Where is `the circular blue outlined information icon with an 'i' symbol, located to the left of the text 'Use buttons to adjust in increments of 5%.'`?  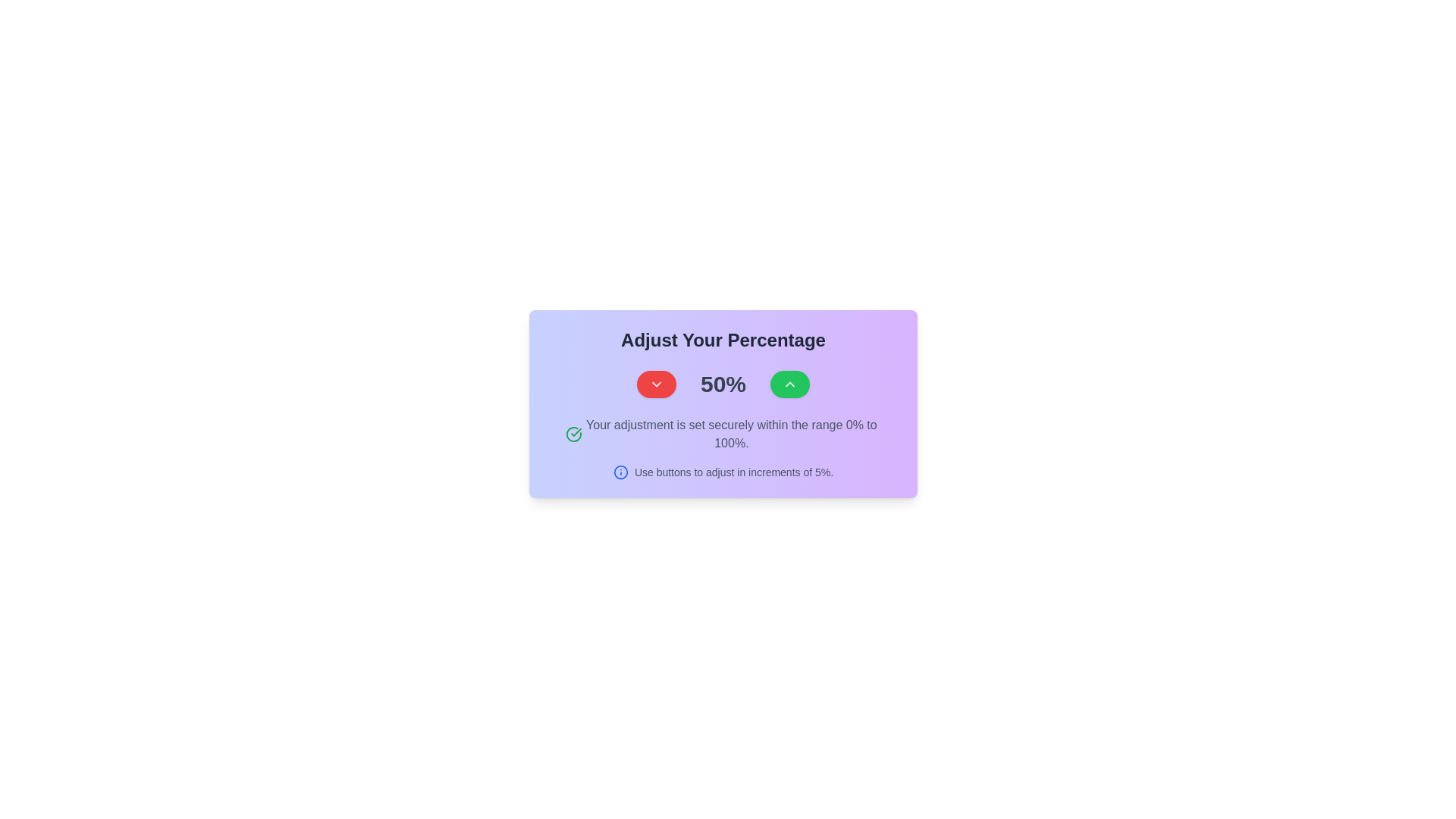
the circular blue outlined information icon with an 'i' symbol, located to the left of the text 'Use buttons to adjust in increments of 5%.' is located at coordinates (620, 472).